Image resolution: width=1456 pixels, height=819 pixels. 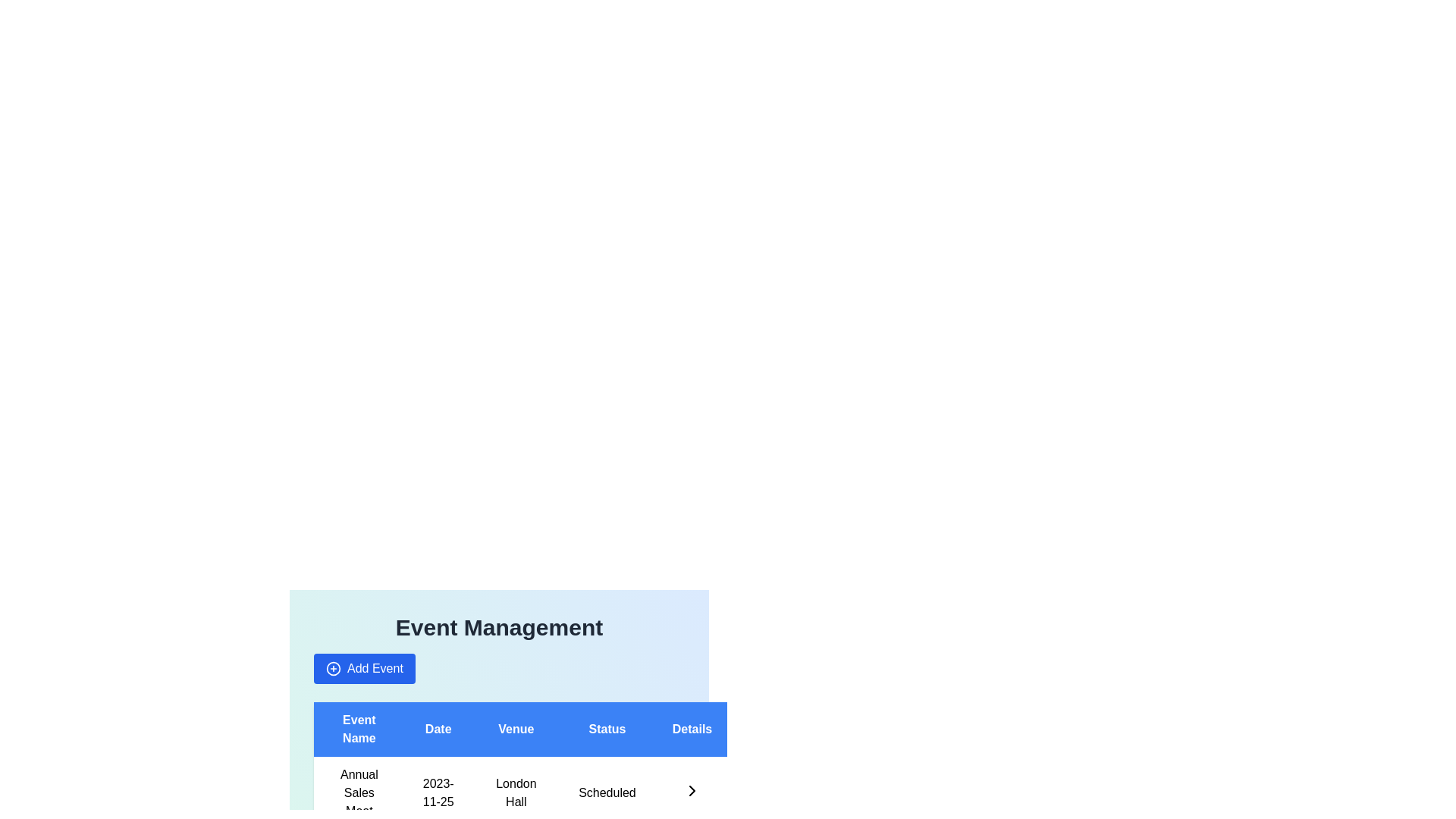 I want to click on the circular icon with a plus sign inside it, which is part of the 'Add Event' button located below the 'Event Management' title, so click(x=333, y=668).